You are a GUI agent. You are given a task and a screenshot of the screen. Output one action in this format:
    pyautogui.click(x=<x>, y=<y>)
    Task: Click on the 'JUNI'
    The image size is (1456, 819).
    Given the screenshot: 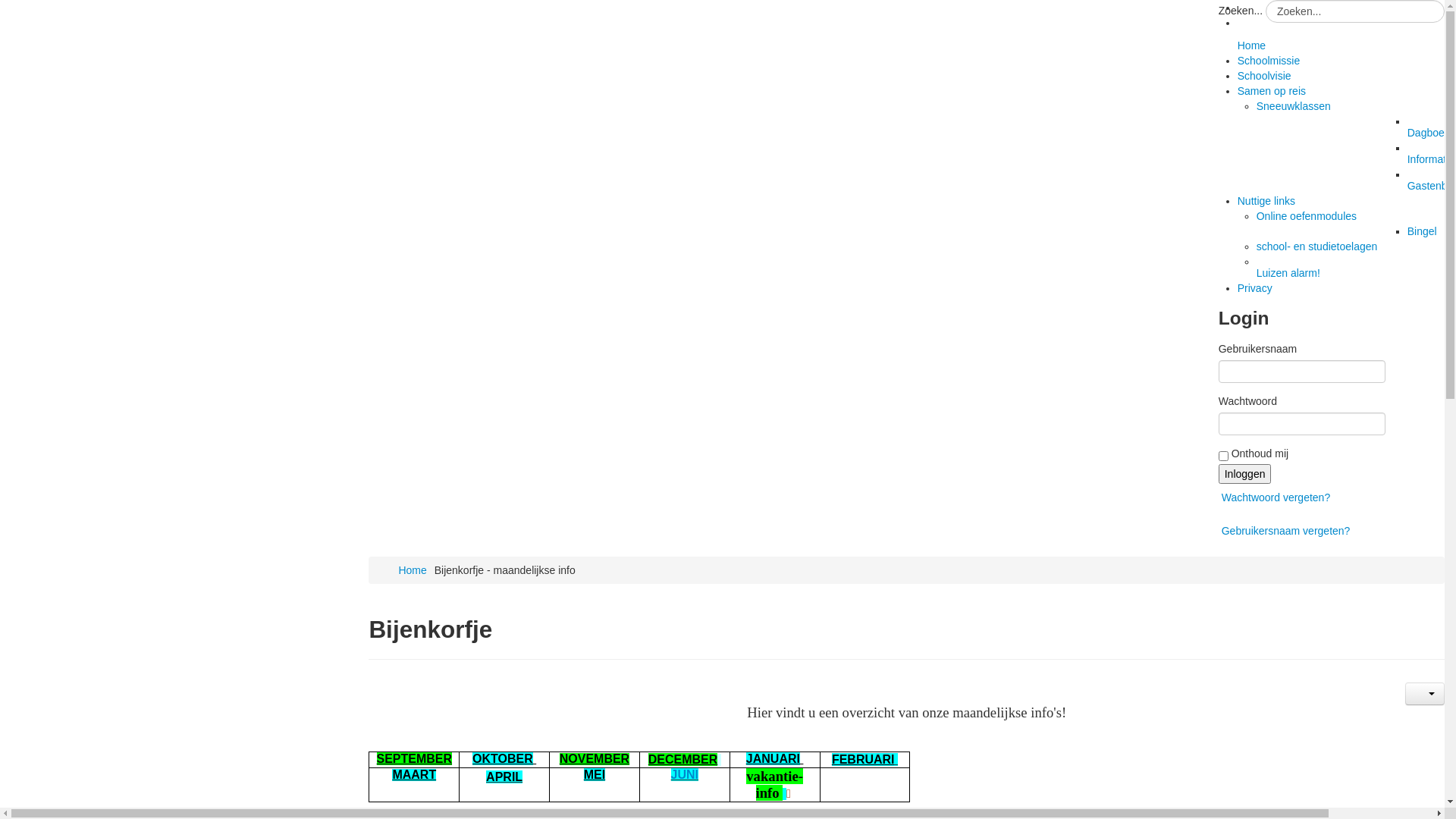 What is the action you would take?
    pyautogui.click(x=683, y=774)
    